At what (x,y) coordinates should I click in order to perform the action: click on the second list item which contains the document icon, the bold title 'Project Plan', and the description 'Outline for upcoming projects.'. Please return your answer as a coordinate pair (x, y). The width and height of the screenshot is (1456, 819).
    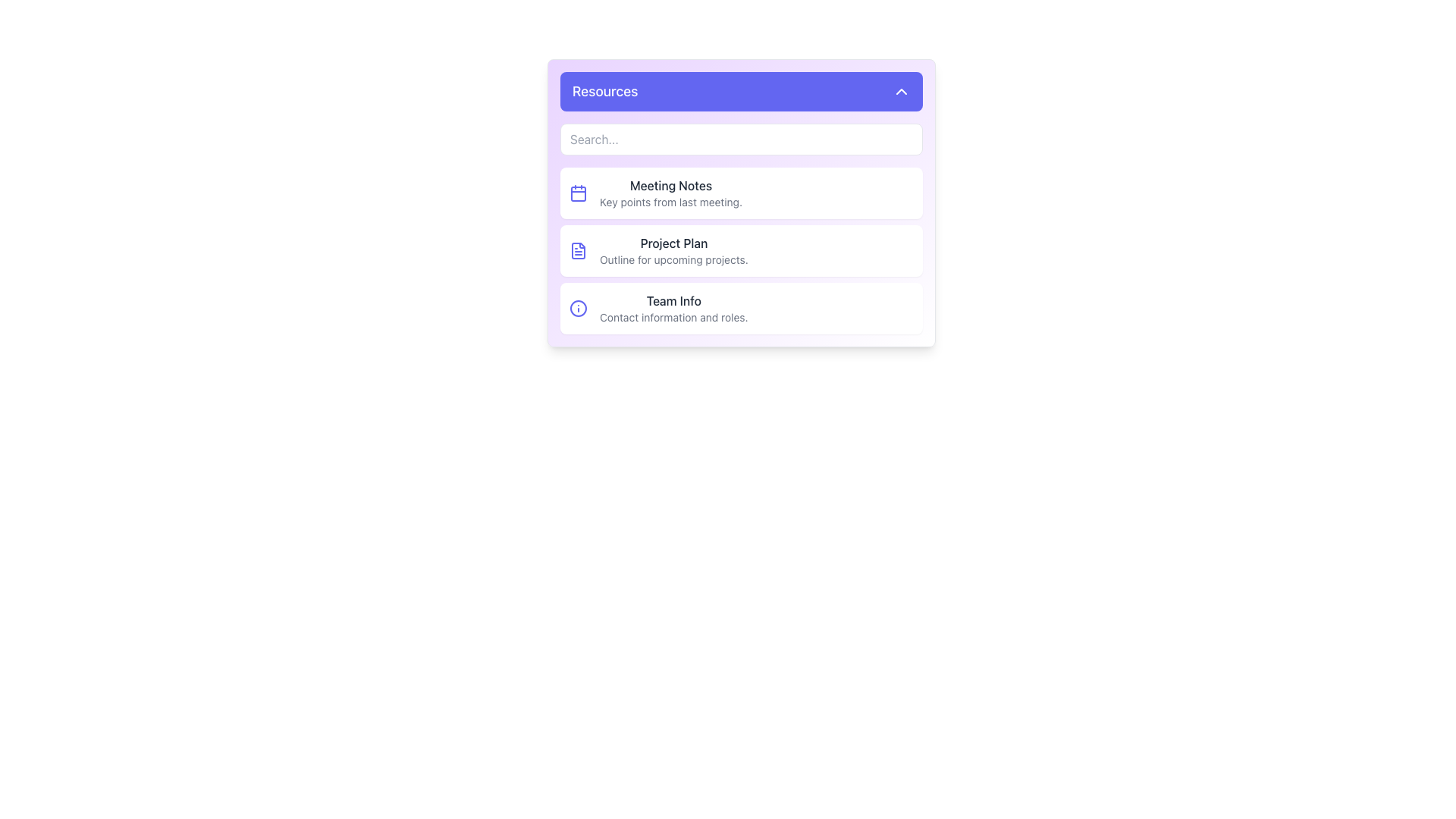
    Looking at the image, I should click on (742, 250).